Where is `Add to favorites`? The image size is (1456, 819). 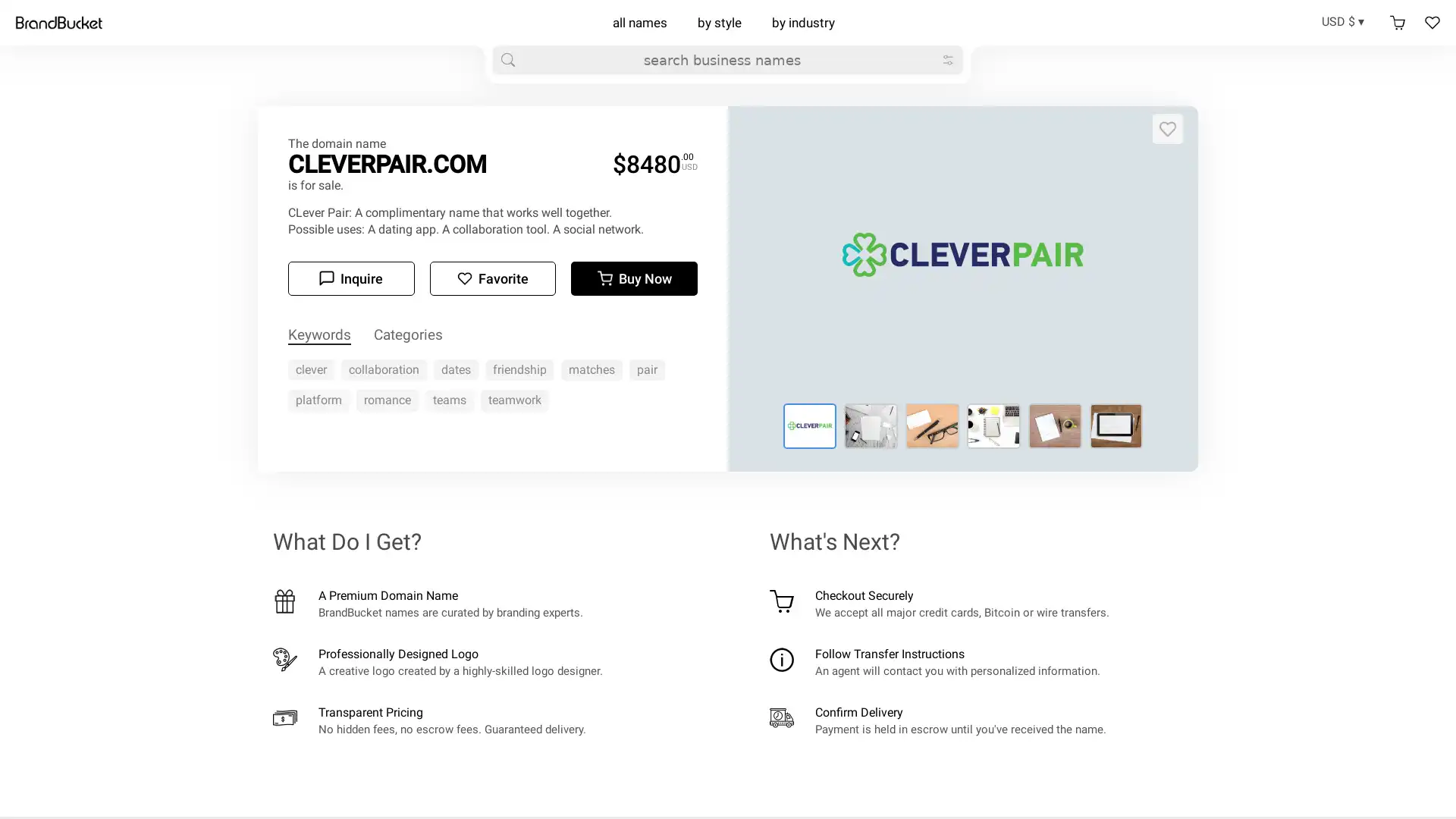 Add to favorites is located at coordinates (1167, 127).